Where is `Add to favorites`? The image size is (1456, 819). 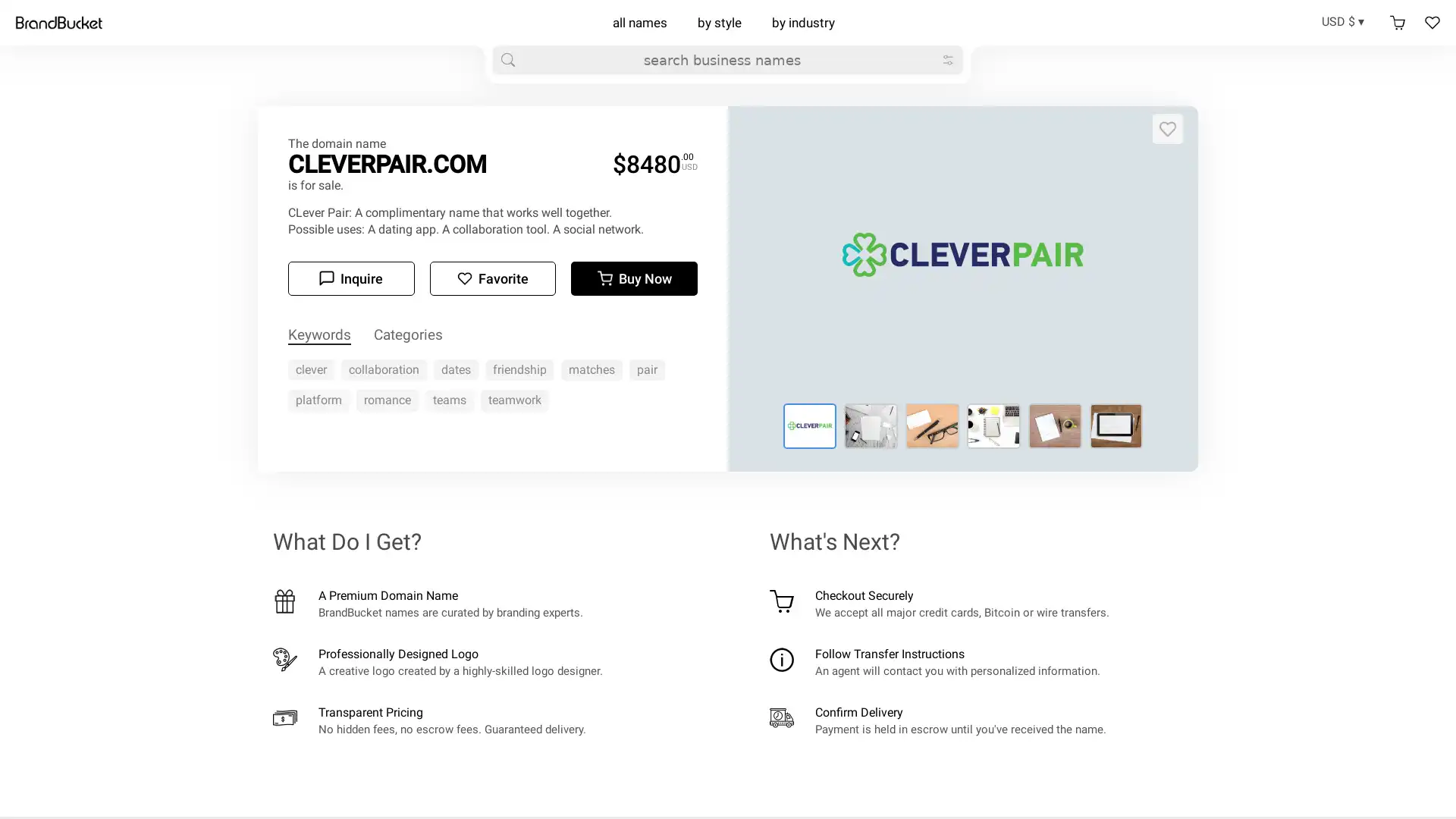 Add to favorites is located at coordinates (1167, 127).